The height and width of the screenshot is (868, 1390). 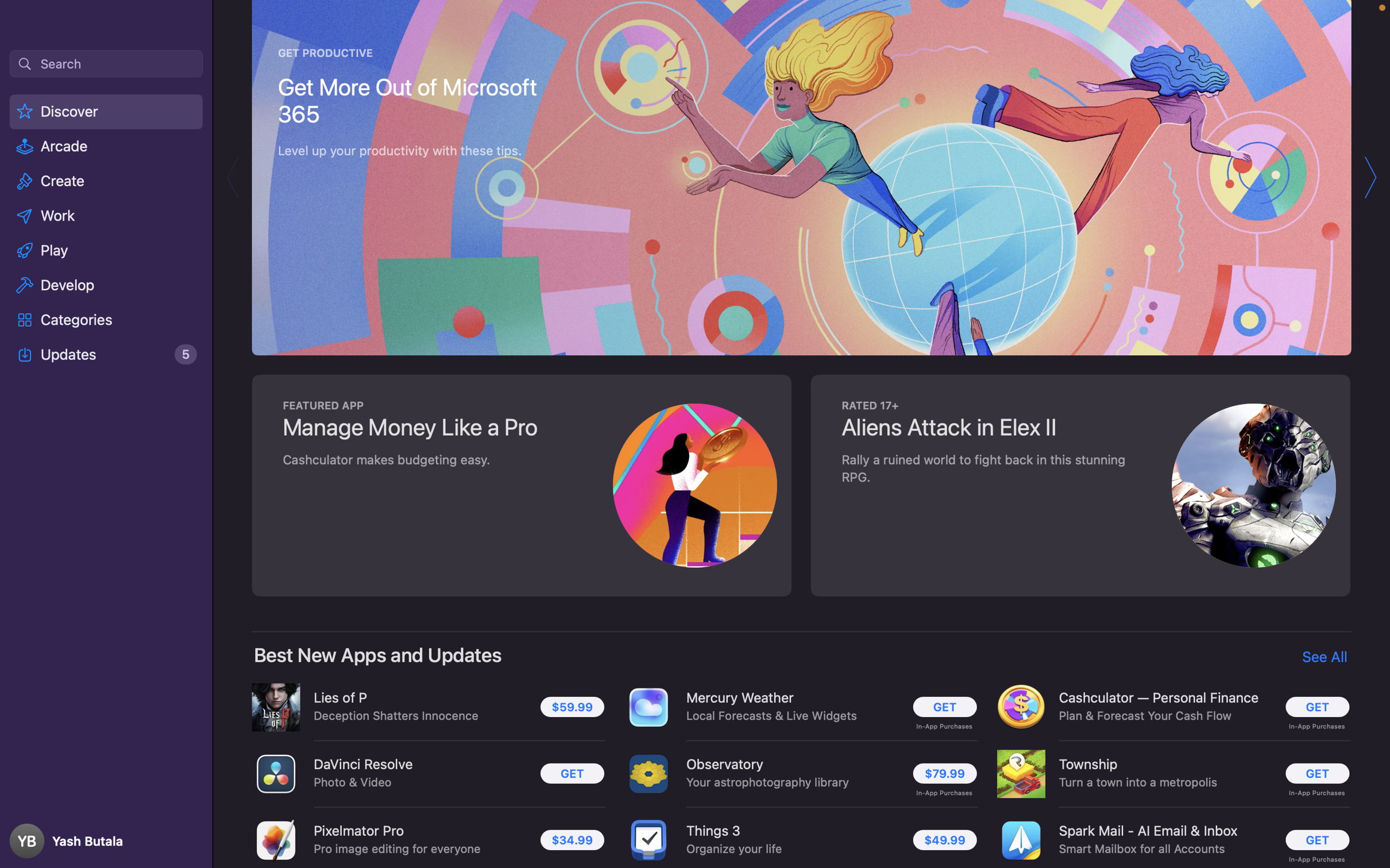 I want to click on the "Create" category, so click(x=106, y=183).